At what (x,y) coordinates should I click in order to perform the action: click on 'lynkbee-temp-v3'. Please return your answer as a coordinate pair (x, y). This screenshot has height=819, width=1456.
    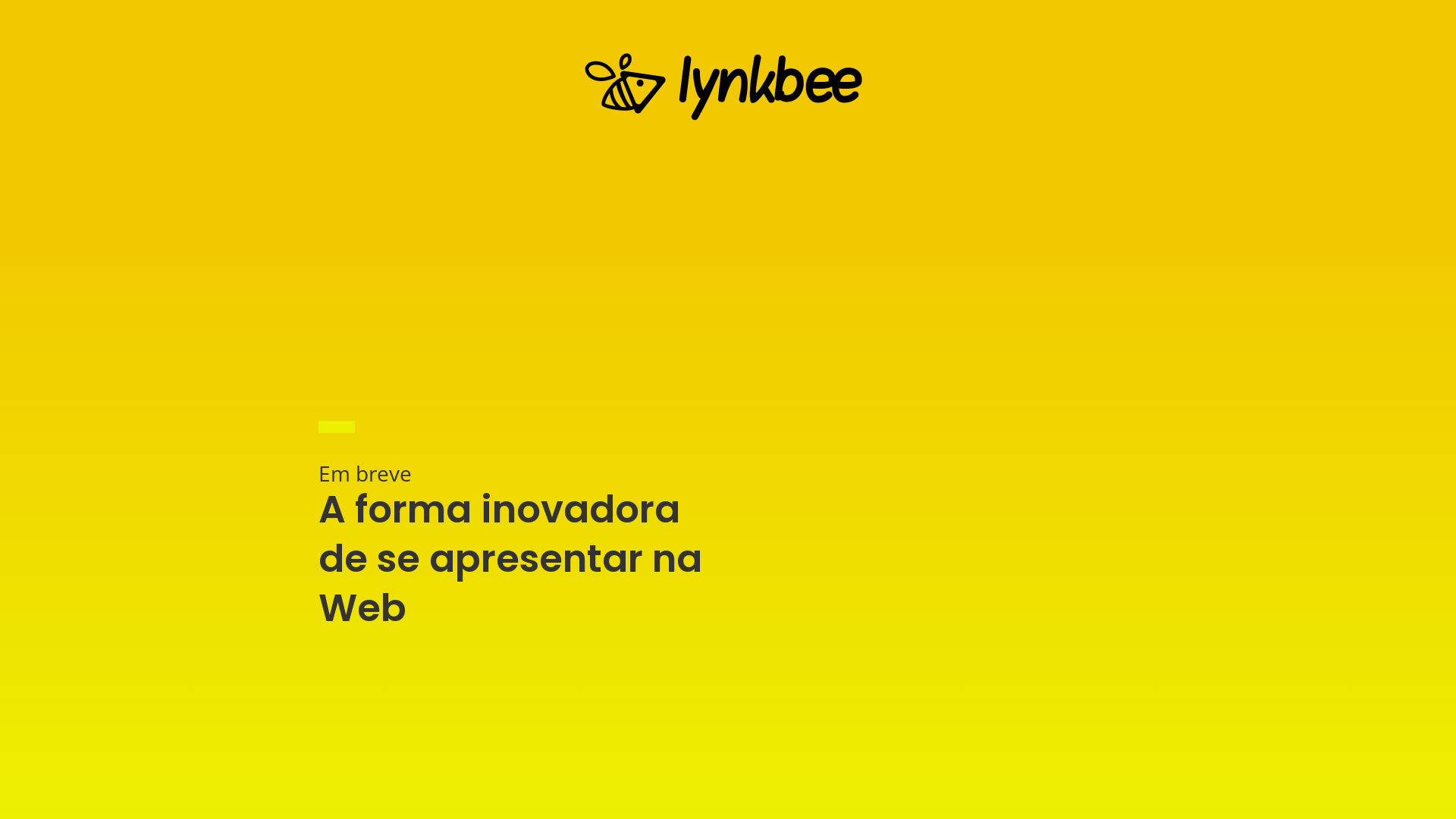
    Looking at the image, I should click on (728, 86).